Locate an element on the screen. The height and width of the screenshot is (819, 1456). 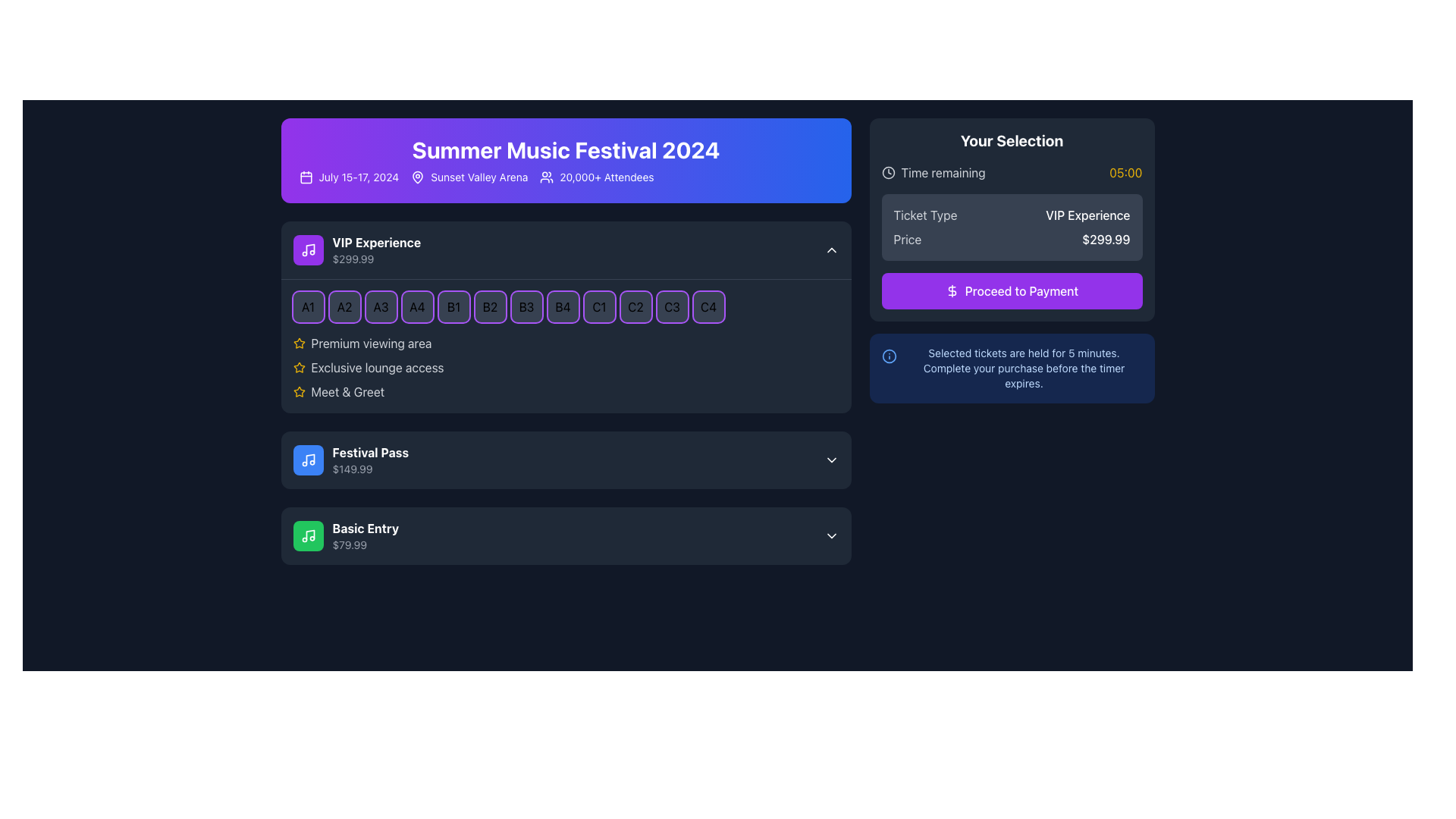
the 'Basic Entry' music-related ticket category icon, which is located at the center of a rounded rectangular button with a green background is located at coordinates (307, 535).